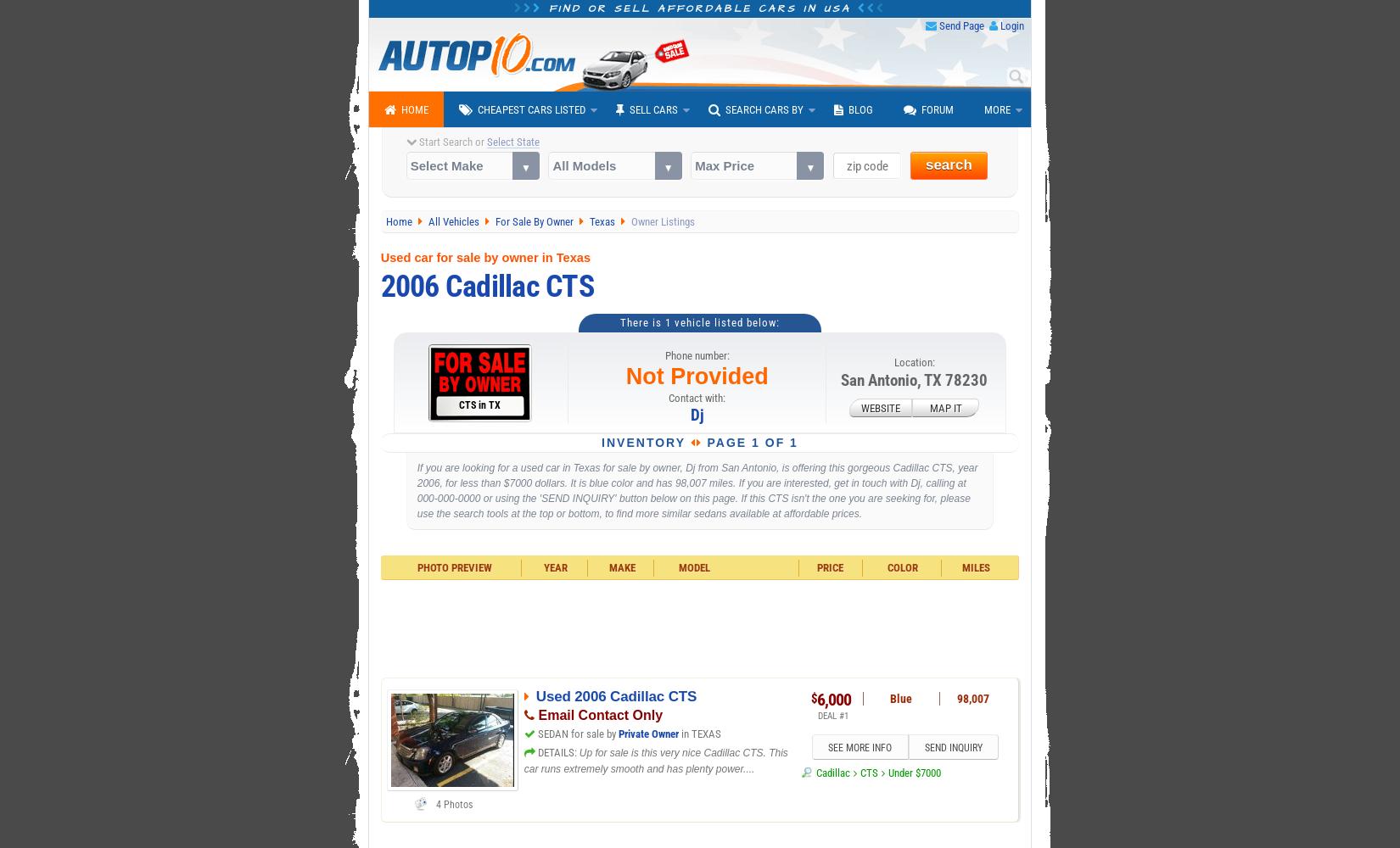  What do you see at coordinates (652, 109) in the screenshot?
I see `'Sell Cars'` at bounding box center [652, 109].